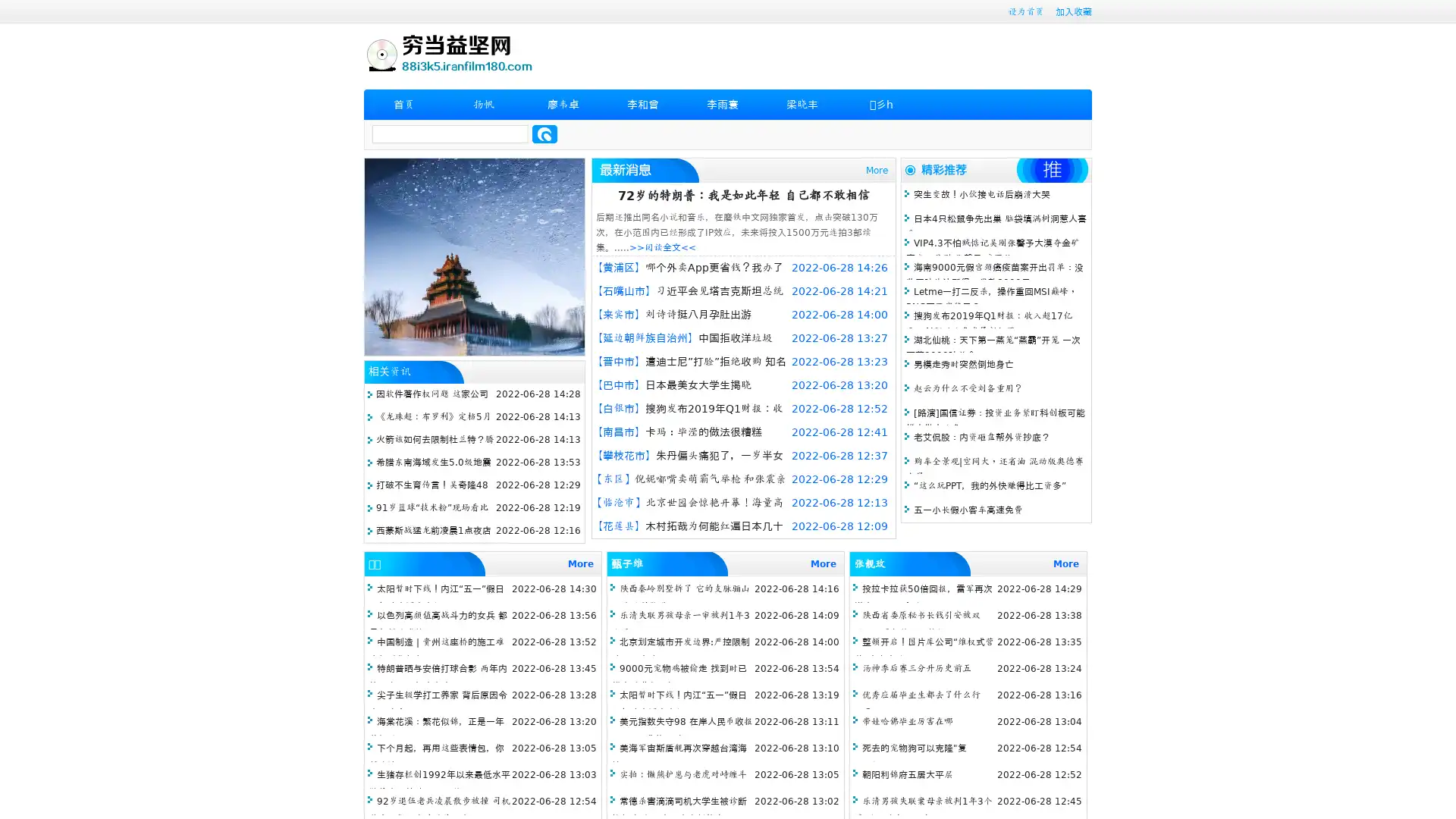 This screenshot has width=1456, height=819. I want to click on Search, so click(544, 133).